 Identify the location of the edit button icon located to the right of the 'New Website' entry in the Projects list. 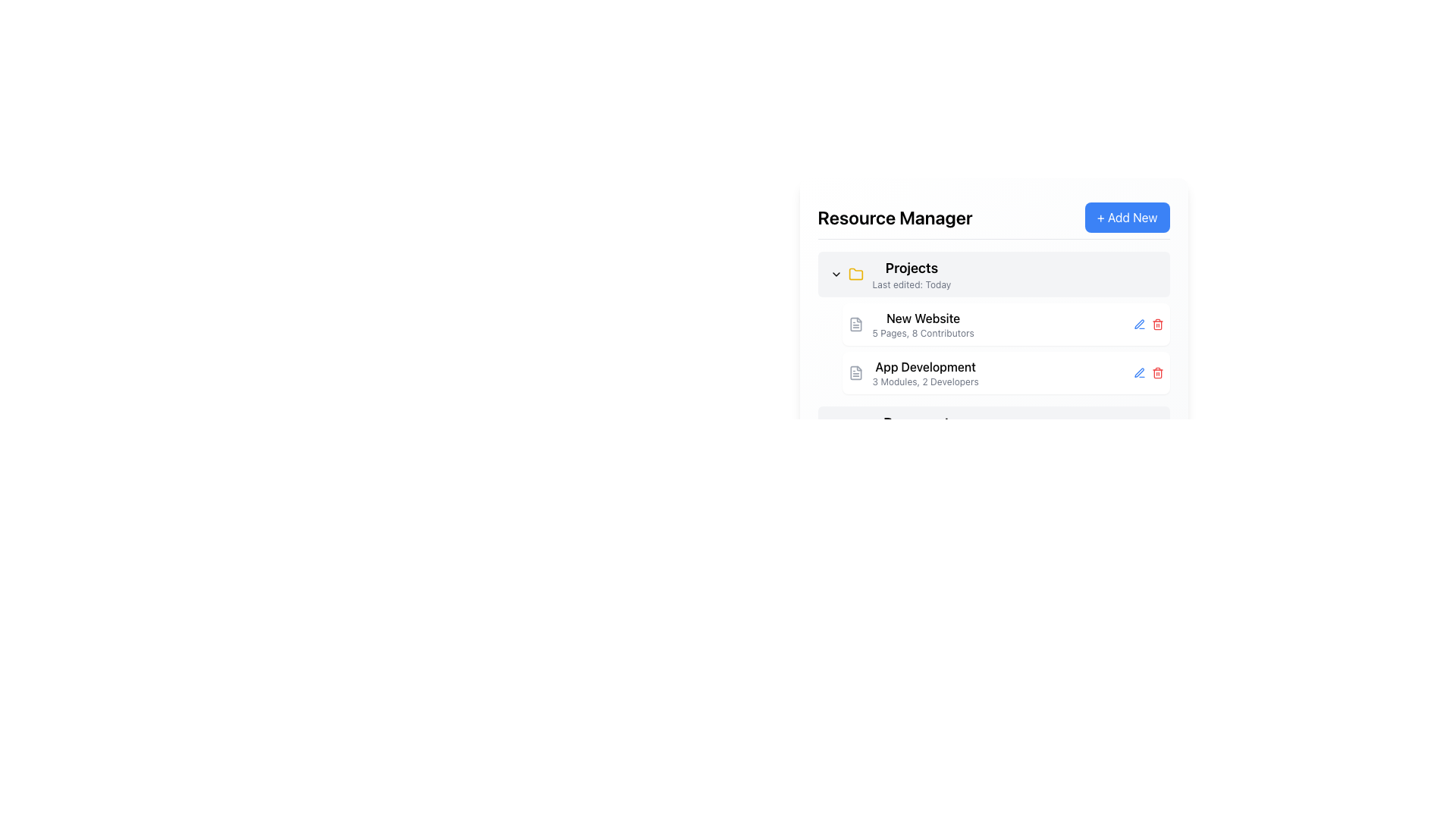
(1139, 324).